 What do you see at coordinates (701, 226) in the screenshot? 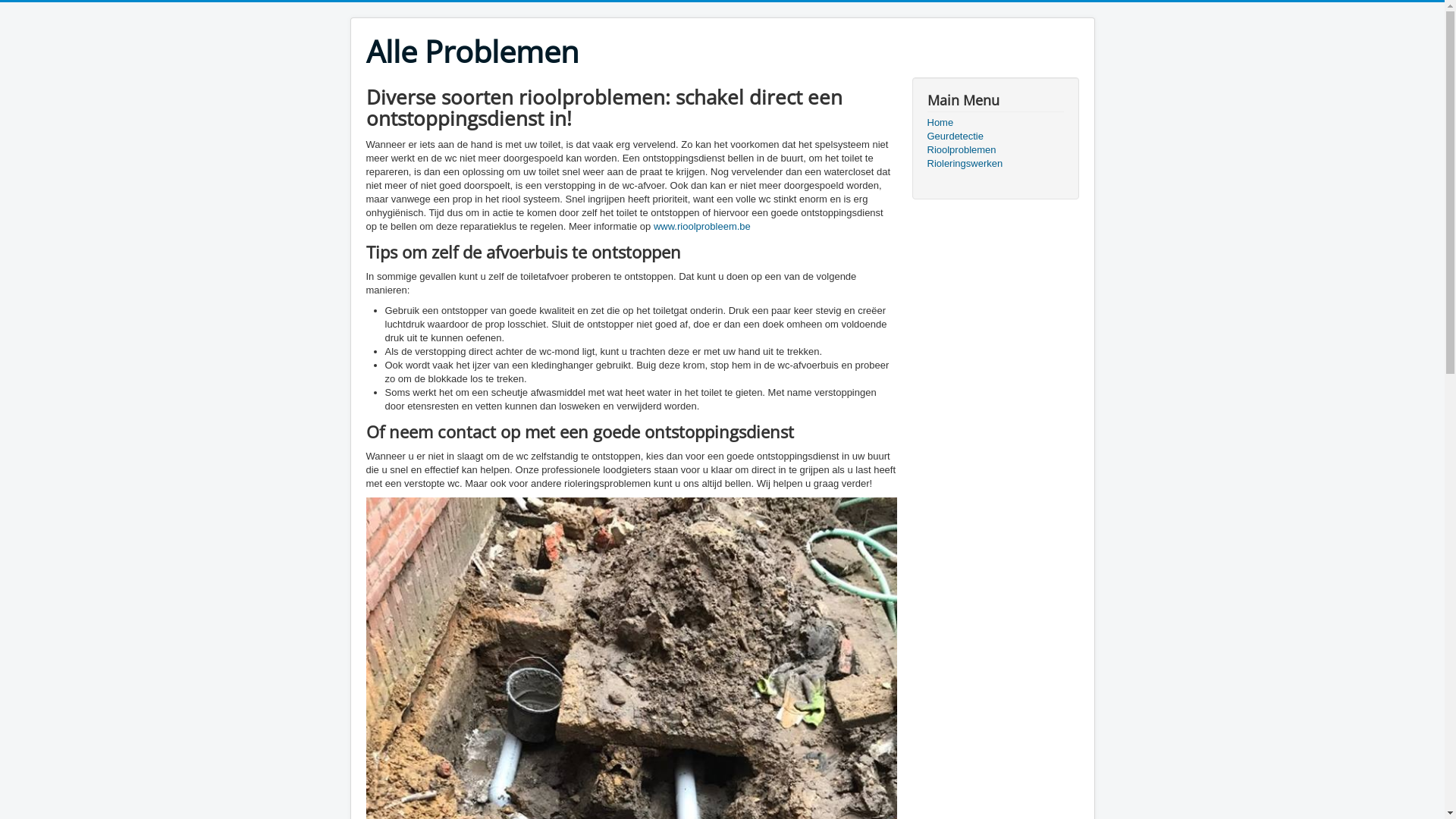
I see `'www.rioolprobleem.be'` at bounding box center [701, 226].